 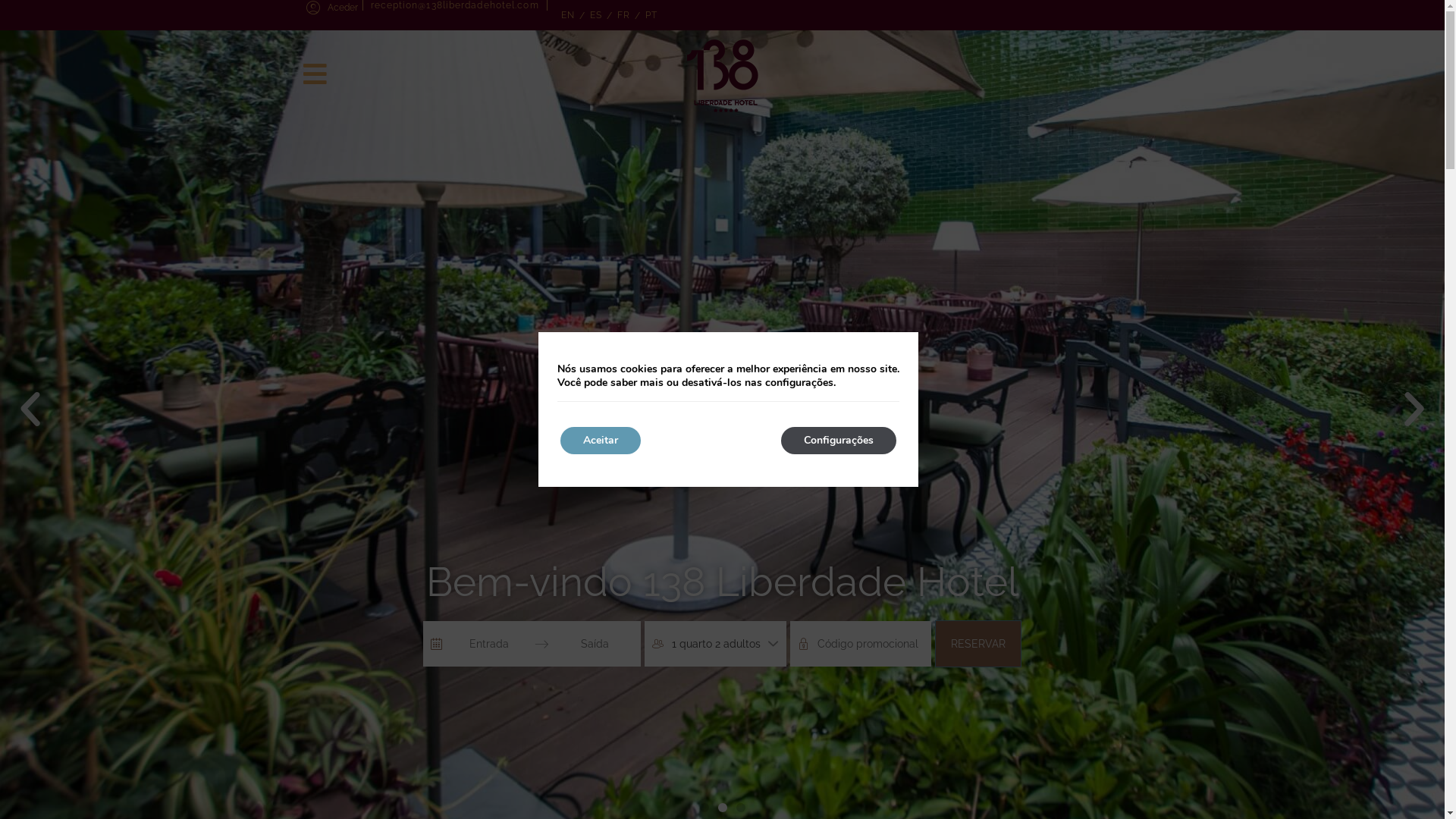 What do you see at coordinates (599, 441) in the screenshot?
I see `'Aceitar'` at bounding box center [599, 441].